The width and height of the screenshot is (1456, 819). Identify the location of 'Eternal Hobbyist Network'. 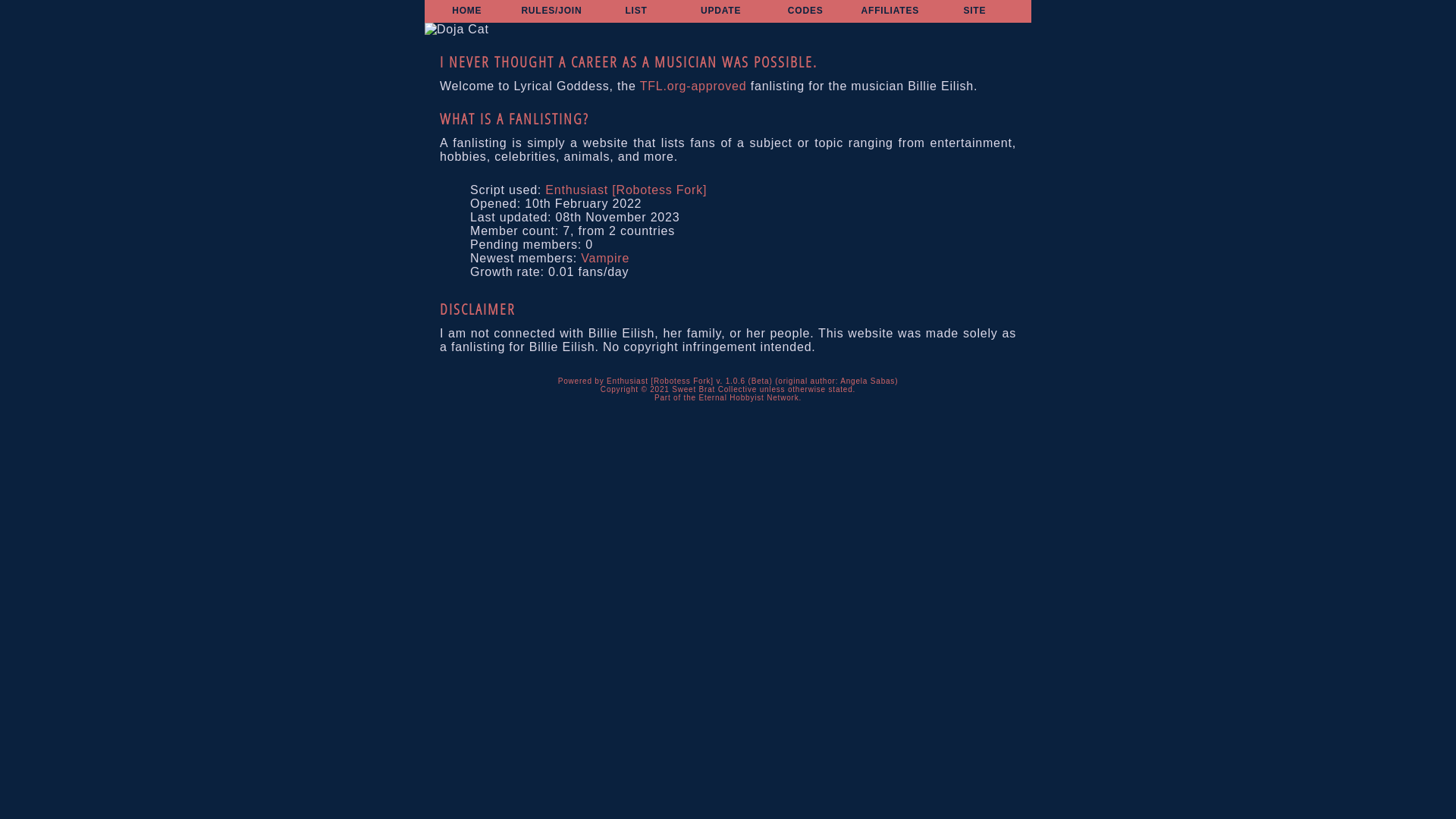
(698, 397).